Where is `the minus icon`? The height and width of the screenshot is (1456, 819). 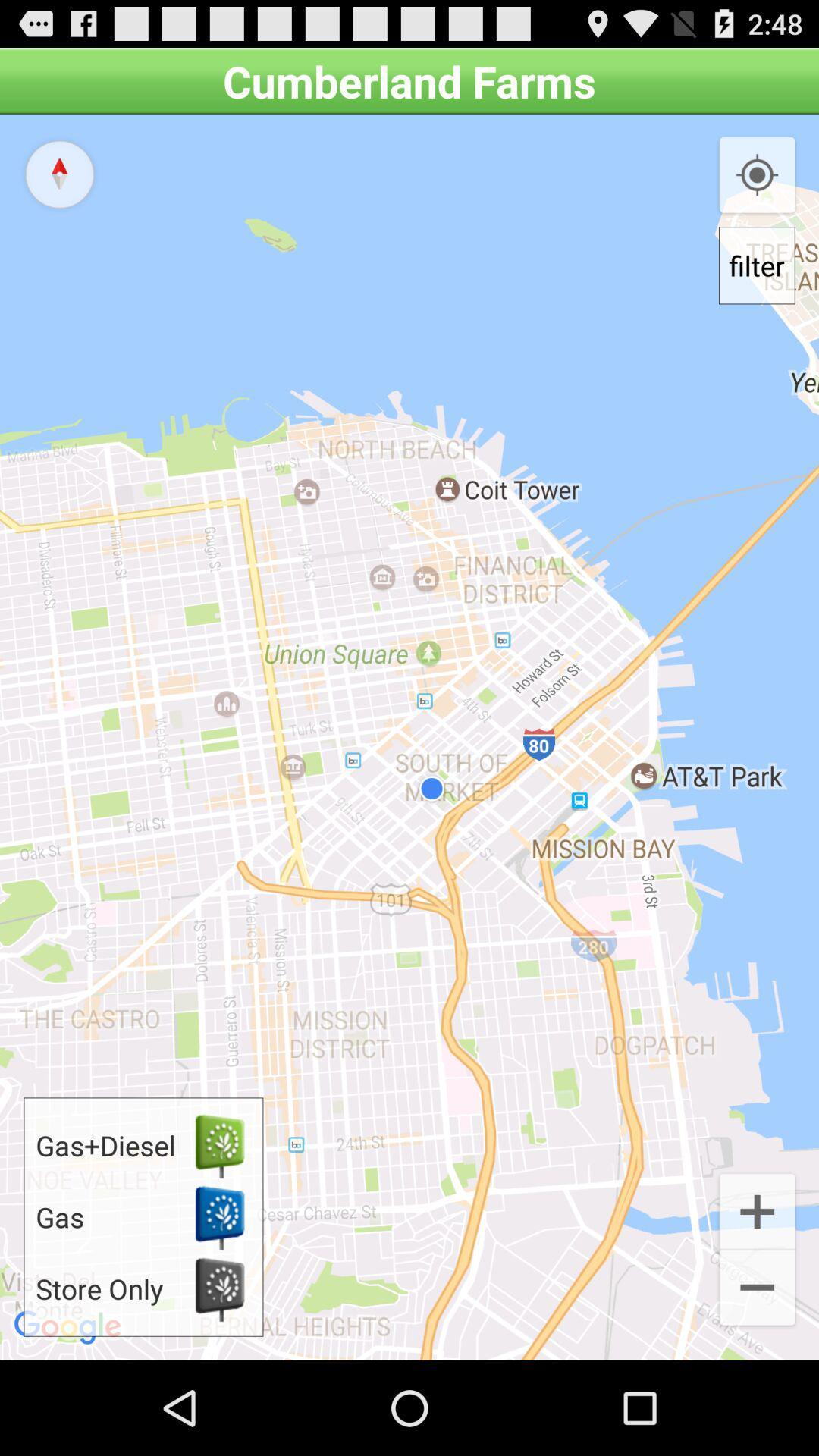 the minus icon is located at coordinates (757, 1380).